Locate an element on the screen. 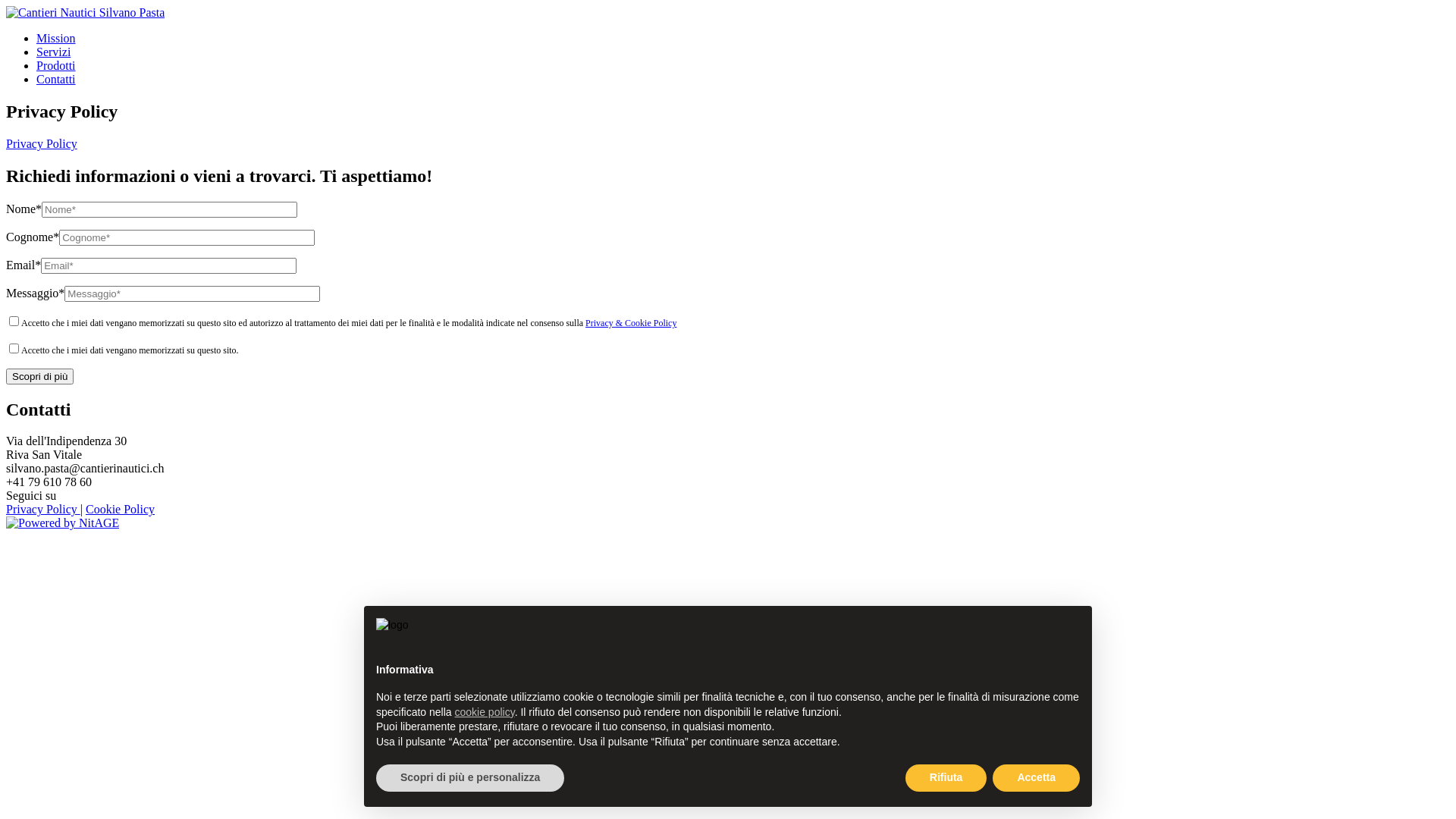 This screenshot has height=819, width=1456. 'Accetta' is located at coordinates (1035, 778).